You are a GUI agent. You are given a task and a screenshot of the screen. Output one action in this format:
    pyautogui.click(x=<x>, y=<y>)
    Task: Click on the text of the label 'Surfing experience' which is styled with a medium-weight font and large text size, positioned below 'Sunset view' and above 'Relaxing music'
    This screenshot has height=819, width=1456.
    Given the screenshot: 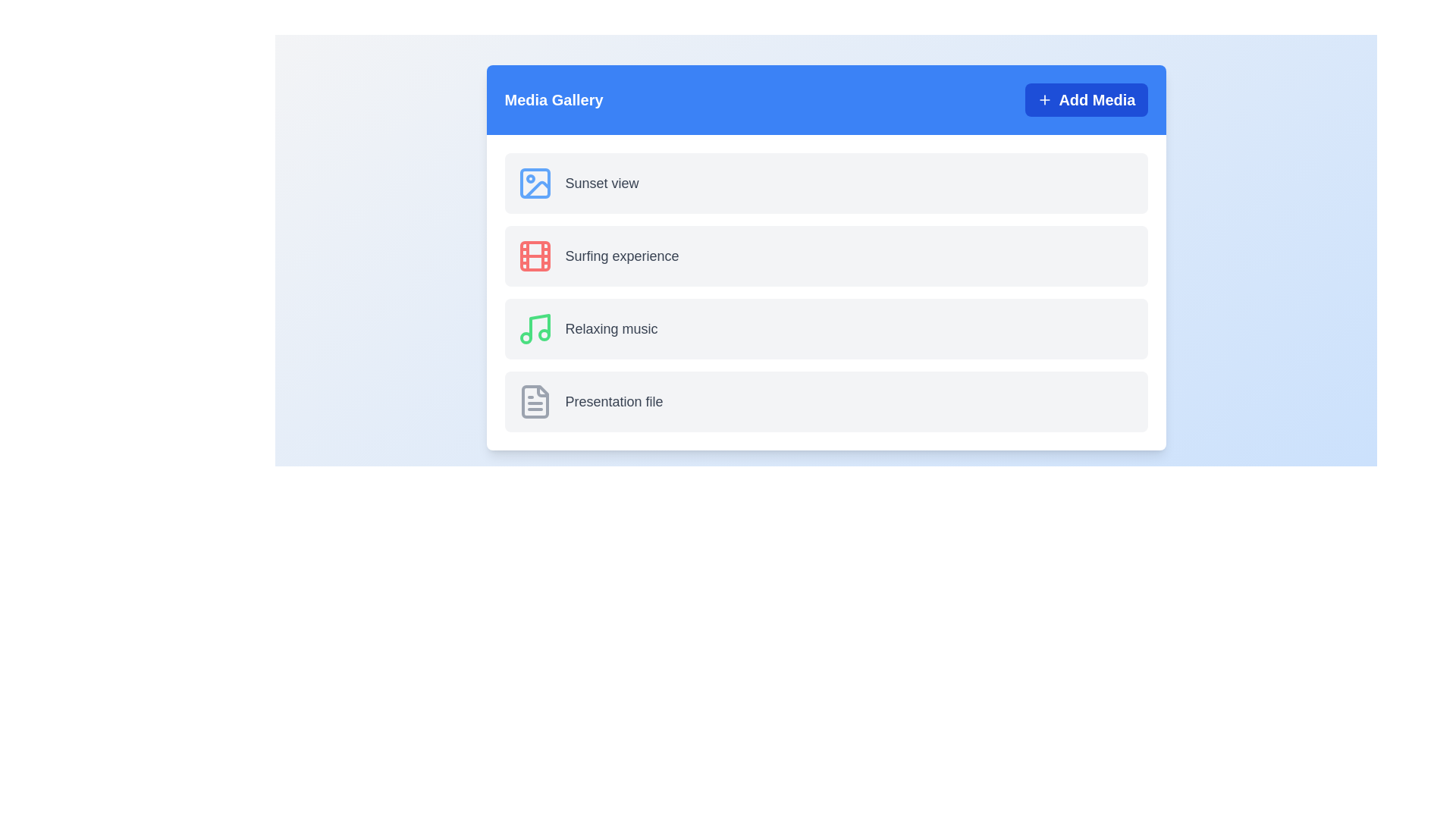 What is the action you would take?
    pyautogui.click(x=622, y=256)
    